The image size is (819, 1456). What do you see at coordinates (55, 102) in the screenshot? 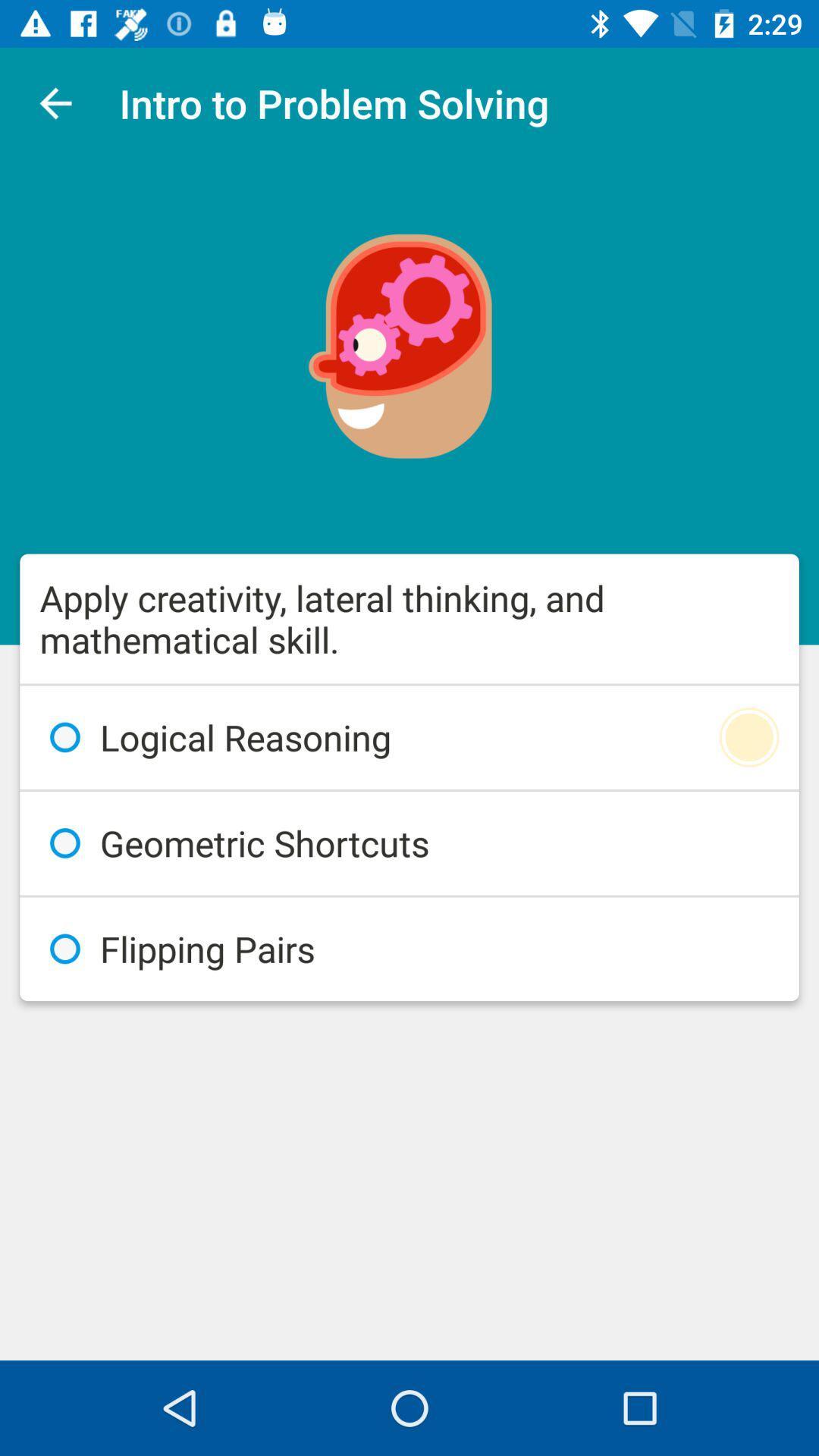
I see `item at the top left corner` at bounding box center [55, 102].